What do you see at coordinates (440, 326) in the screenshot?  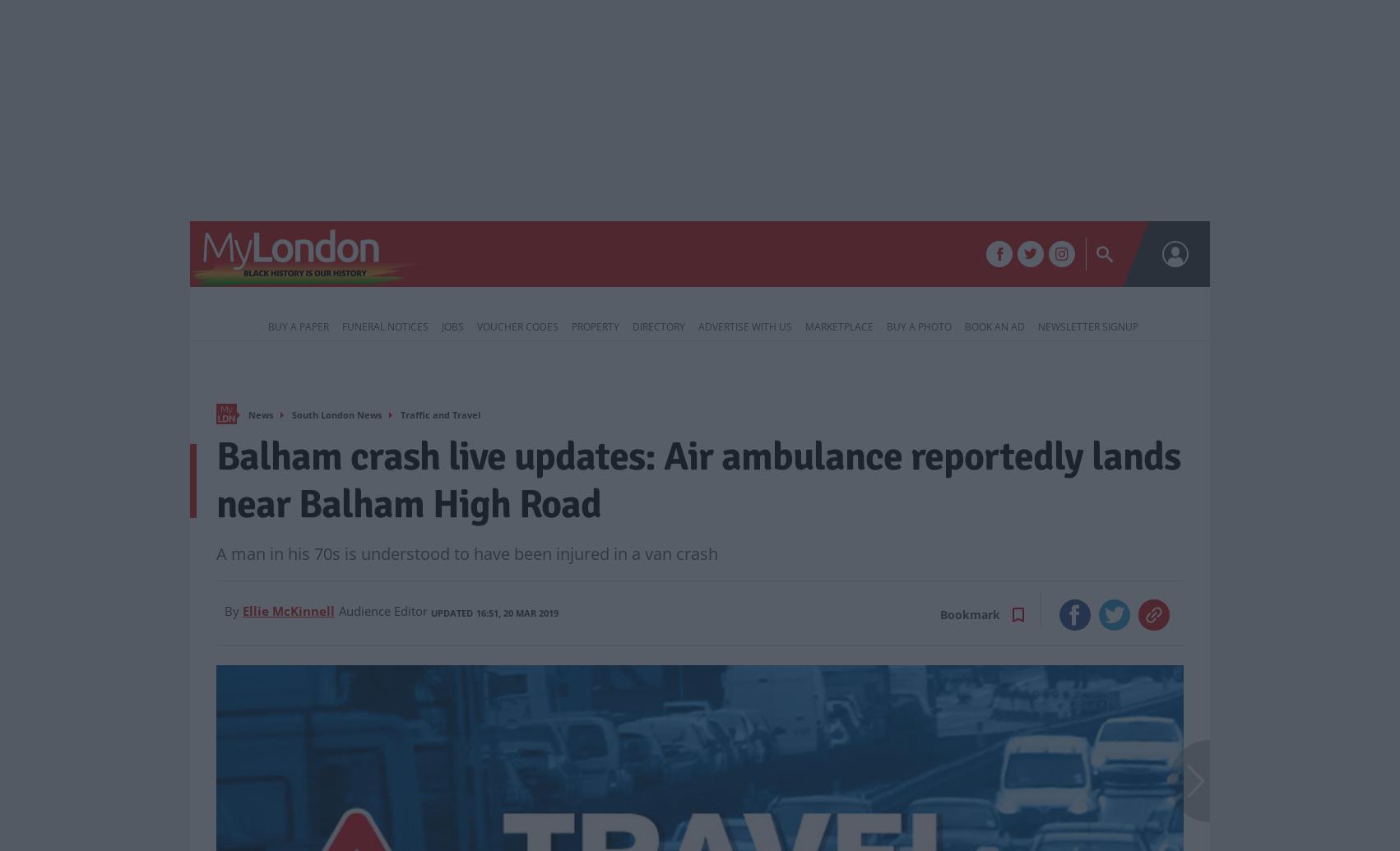 I see `'Jobs'` at bounding box center [440, 326].